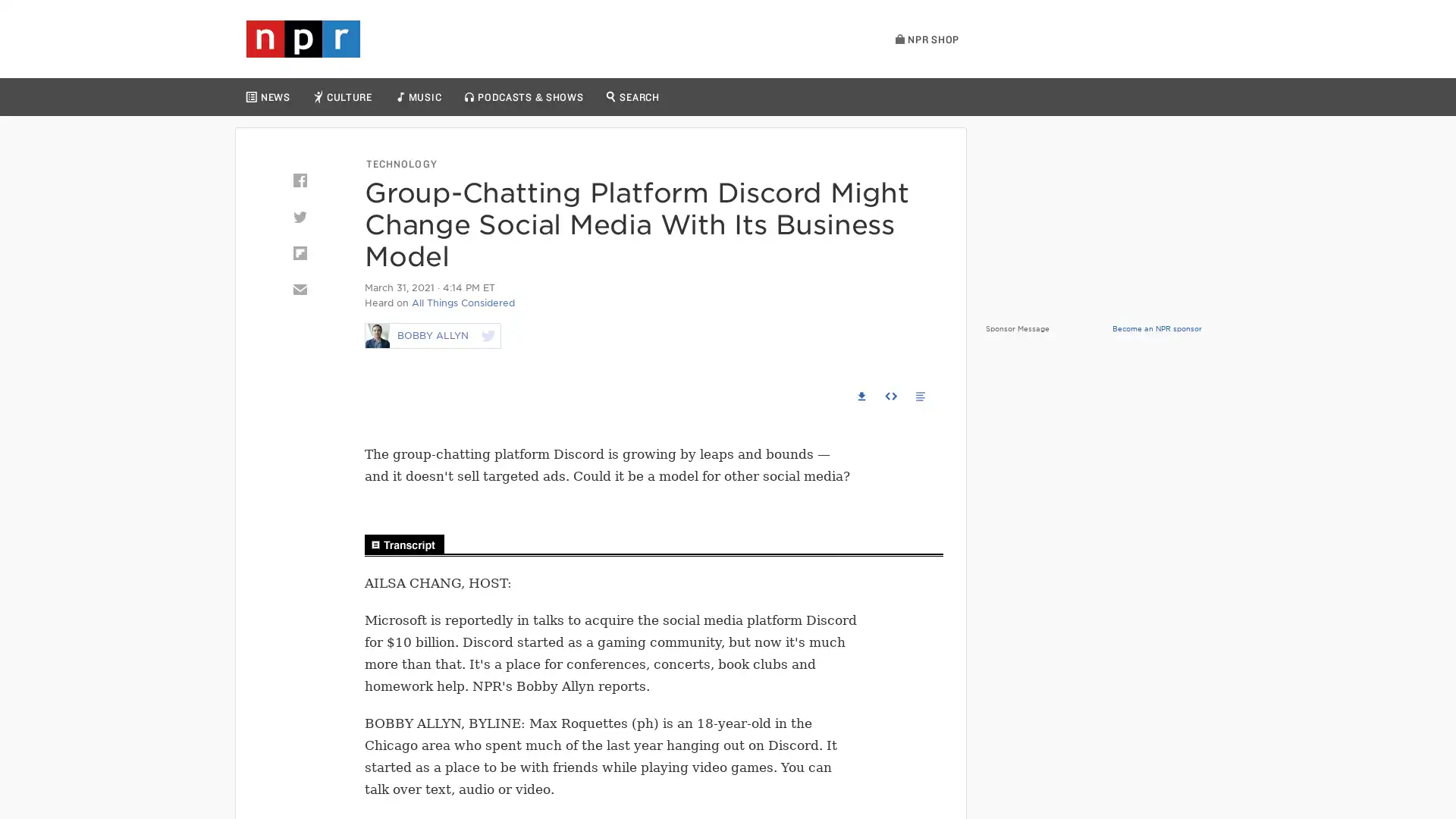 The width and height of the screenshot is (1456, 819). Describe the element at coordinates (299, 180) in the screenshot. I see `Facebook` at that location.